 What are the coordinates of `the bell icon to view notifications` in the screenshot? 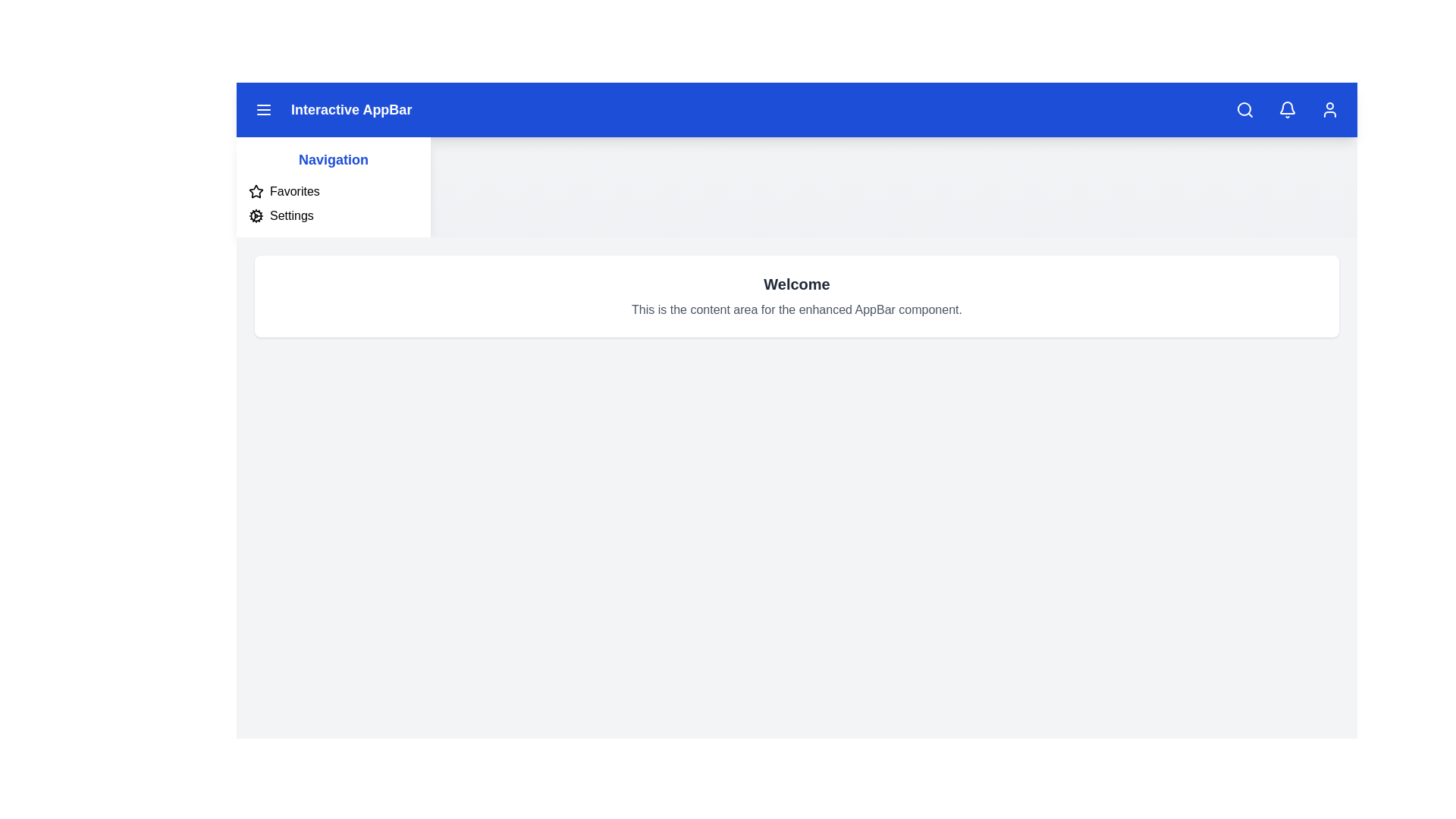 It's located at (1287, 109).